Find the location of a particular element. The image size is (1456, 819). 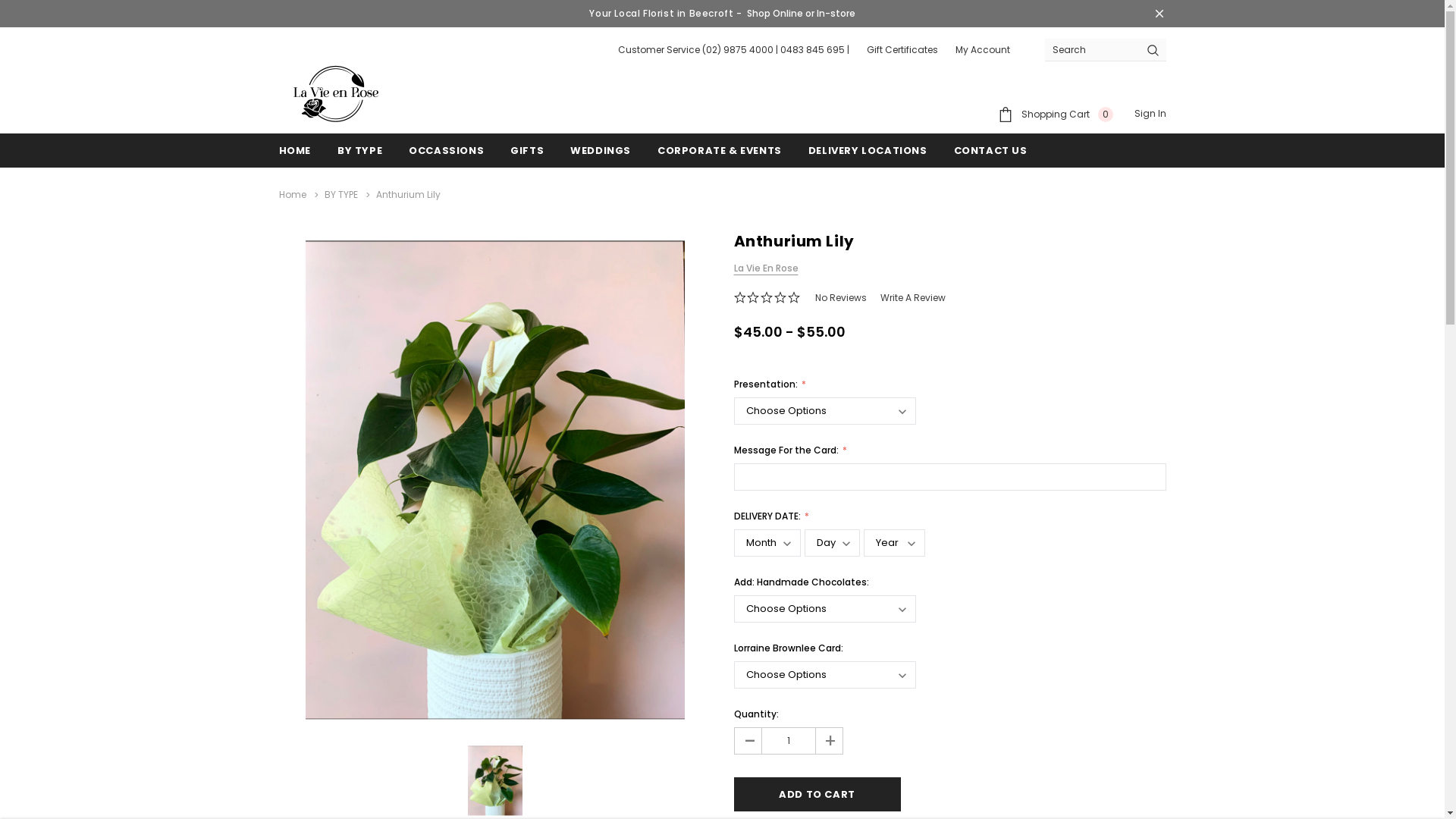

'OCCASSIONS' is located at coordinates (445, 150).